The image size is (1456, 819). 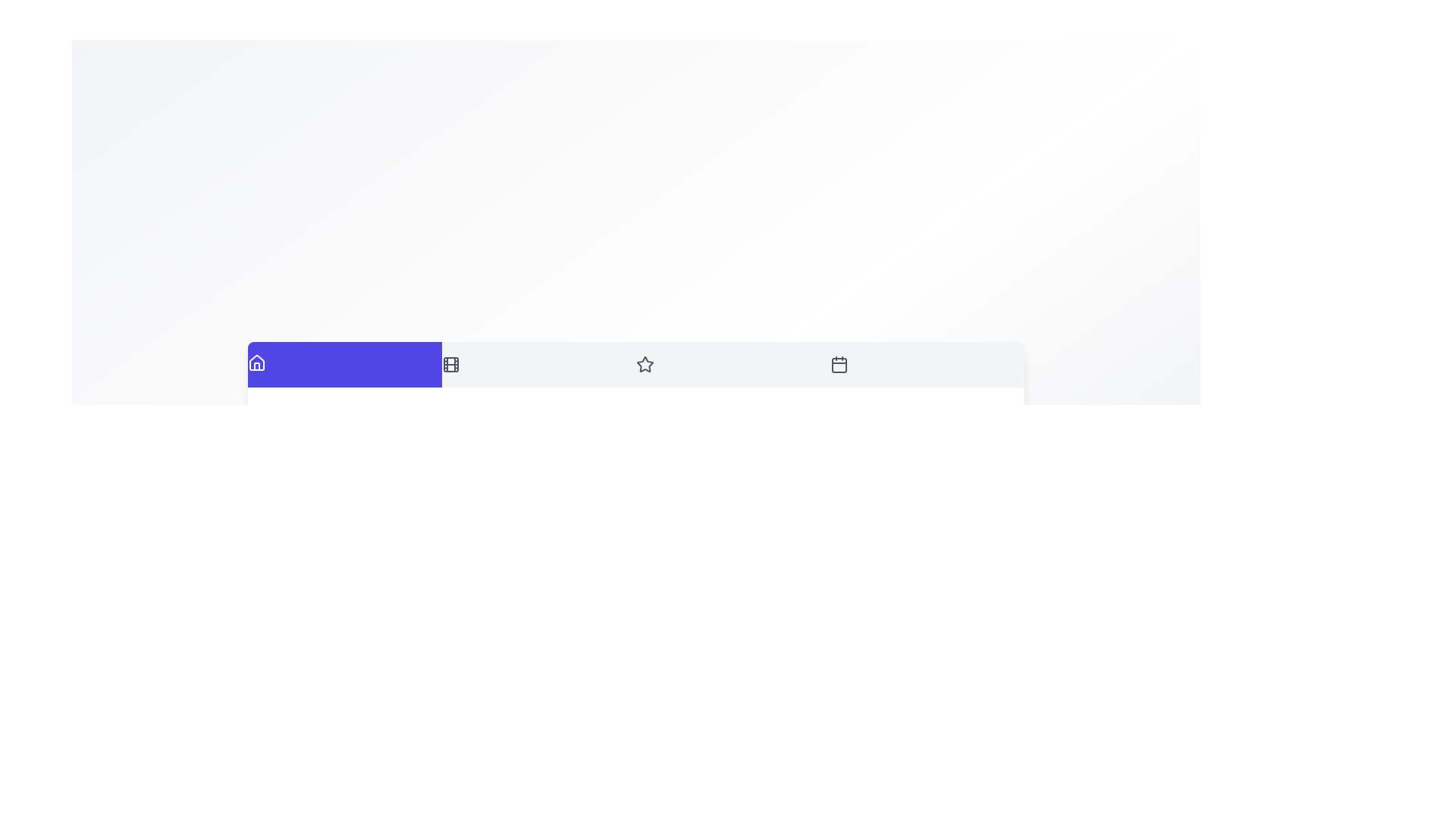 What do you see at coordinates (645, 364) in the screenshot?
I see `the star icon located in the horizontal navigation bar, which is the third icon from the left, positioned between a grid-like icon and a calendar icon` at bounding box center [645, 364].